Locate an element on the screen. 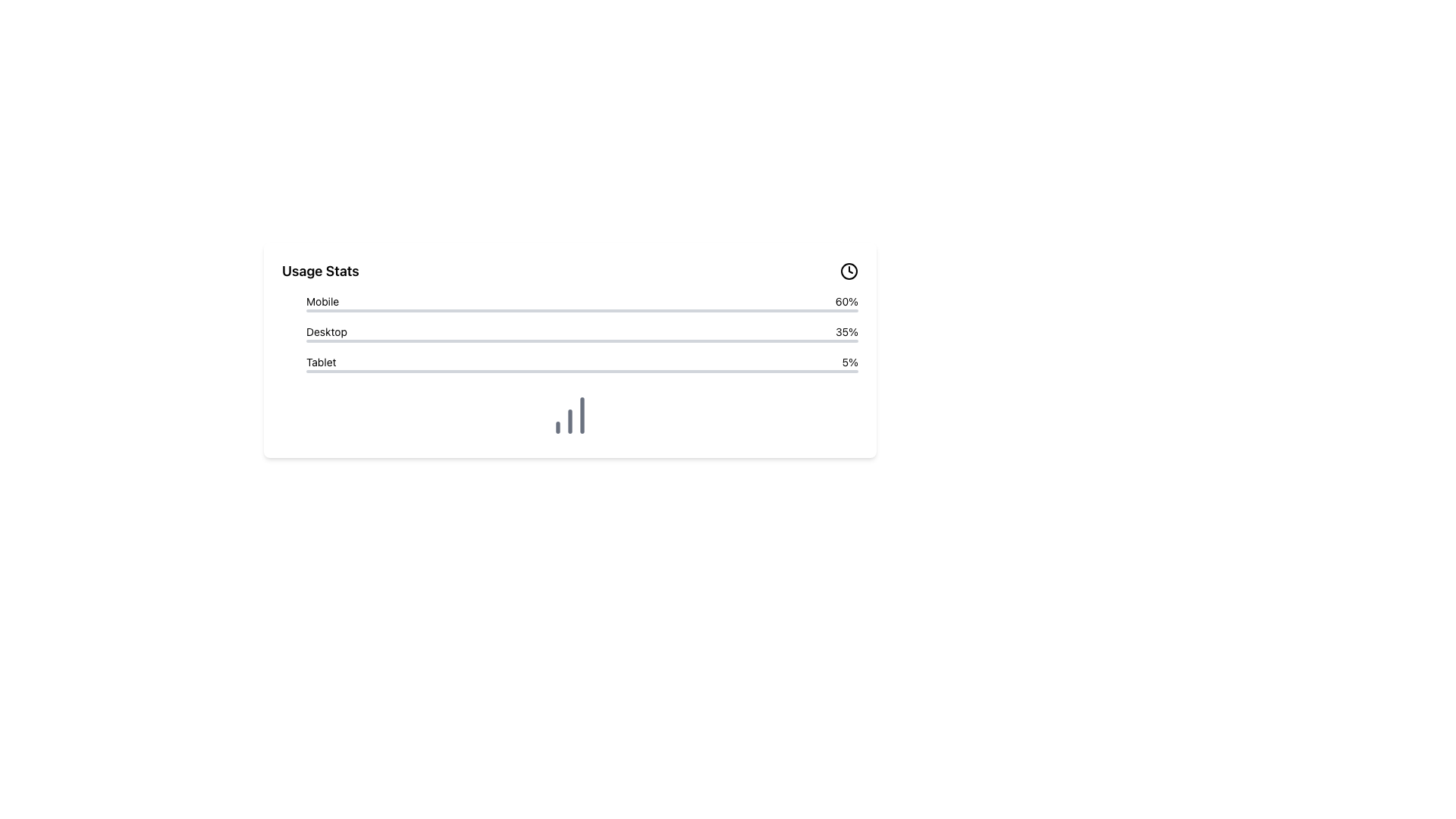 Image resolution: width=1456 pixels, height=819 pixels. the progress bar segment that indicates a proportion or percentage within the full-width gray horizontal bar located under the 'Tablet' label is located at coordinates (319, 371).